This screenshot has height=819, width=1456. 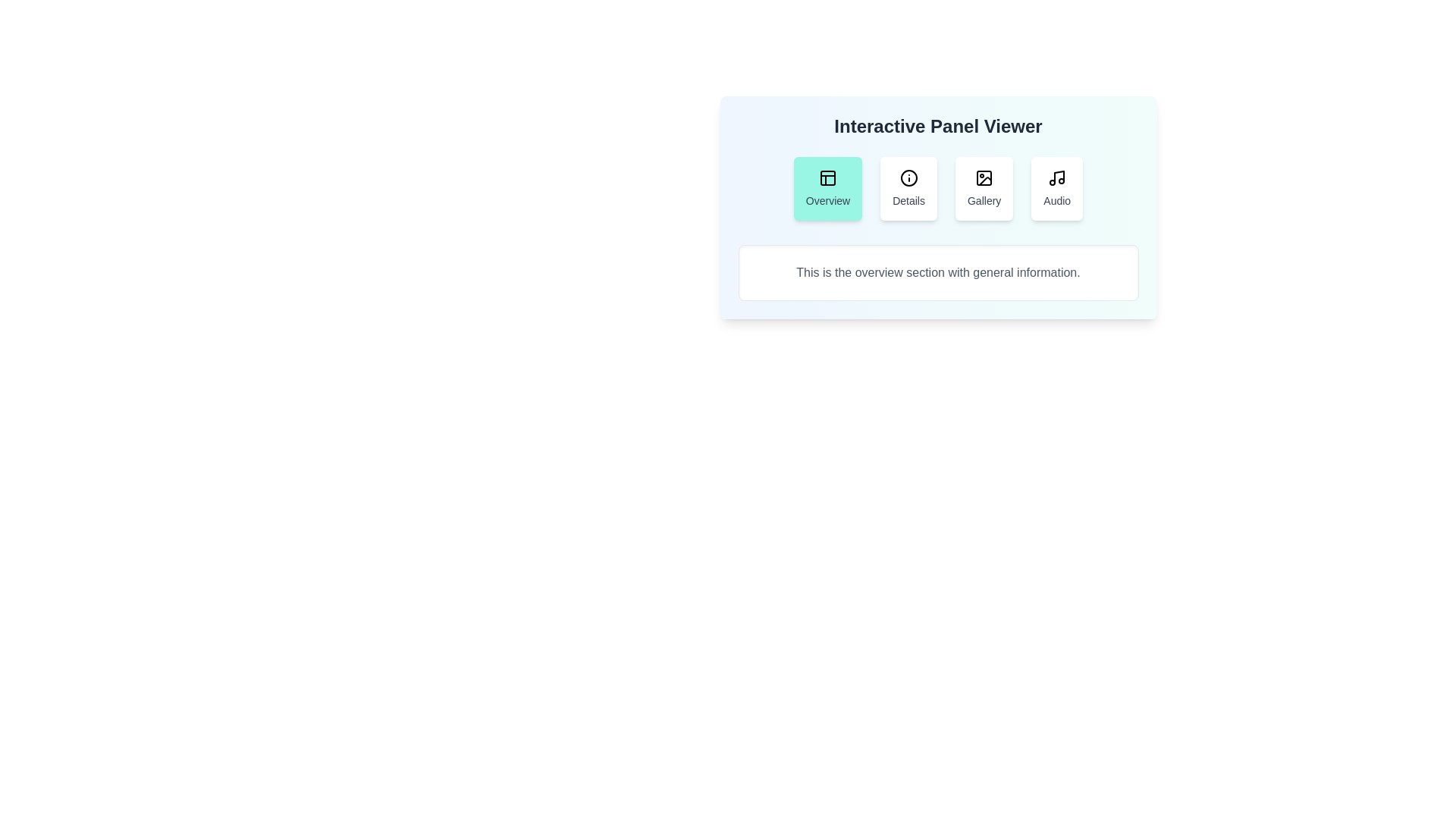 I want to click on the rightmost button below the title 'Interactive Panel Viewer', so click(x=1056, y=188).